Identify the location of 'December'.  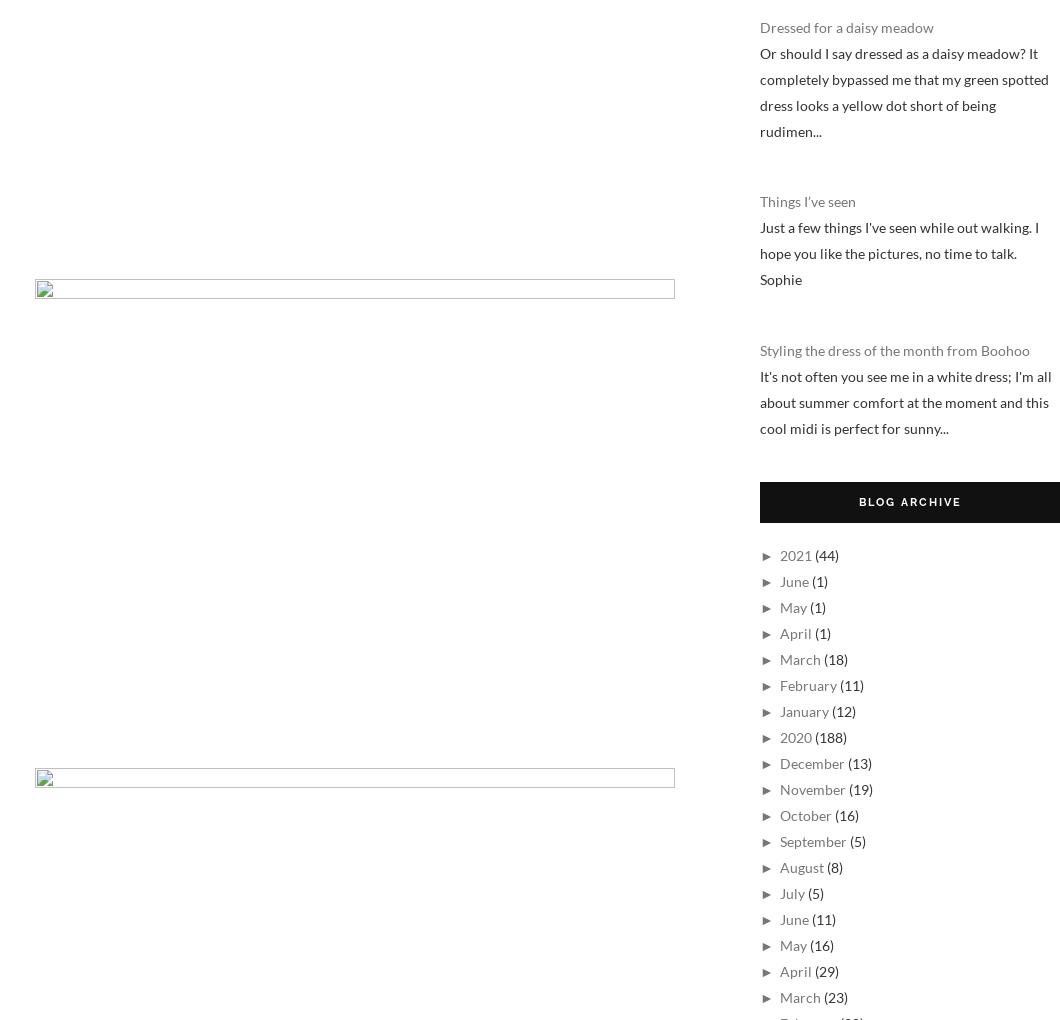
(811, 763).